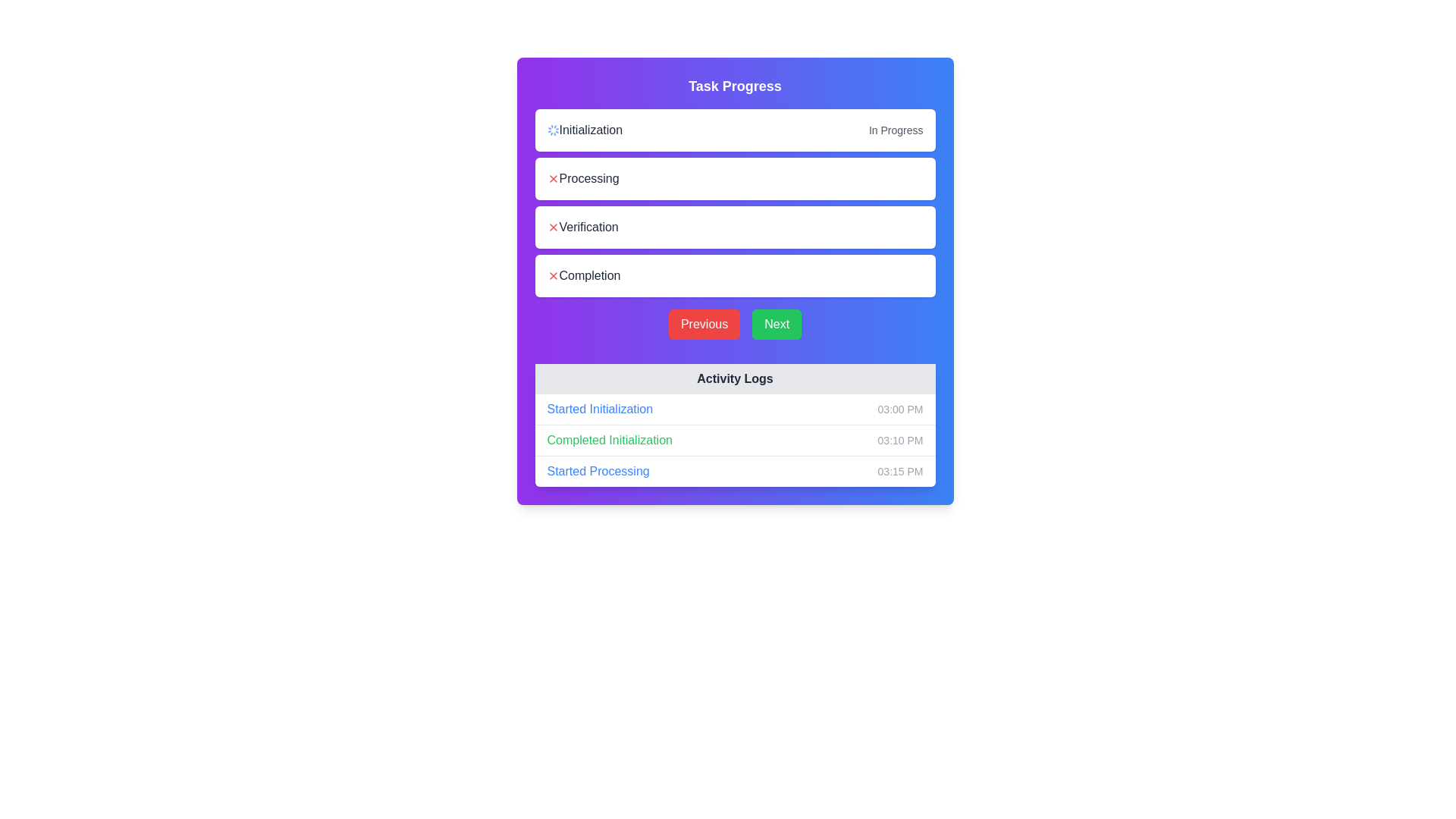 The image size is (1456, 819). I want to click on the status text label with an icon that indicates the processing status, located in the center of the white rectangular card, so click(582, 177).